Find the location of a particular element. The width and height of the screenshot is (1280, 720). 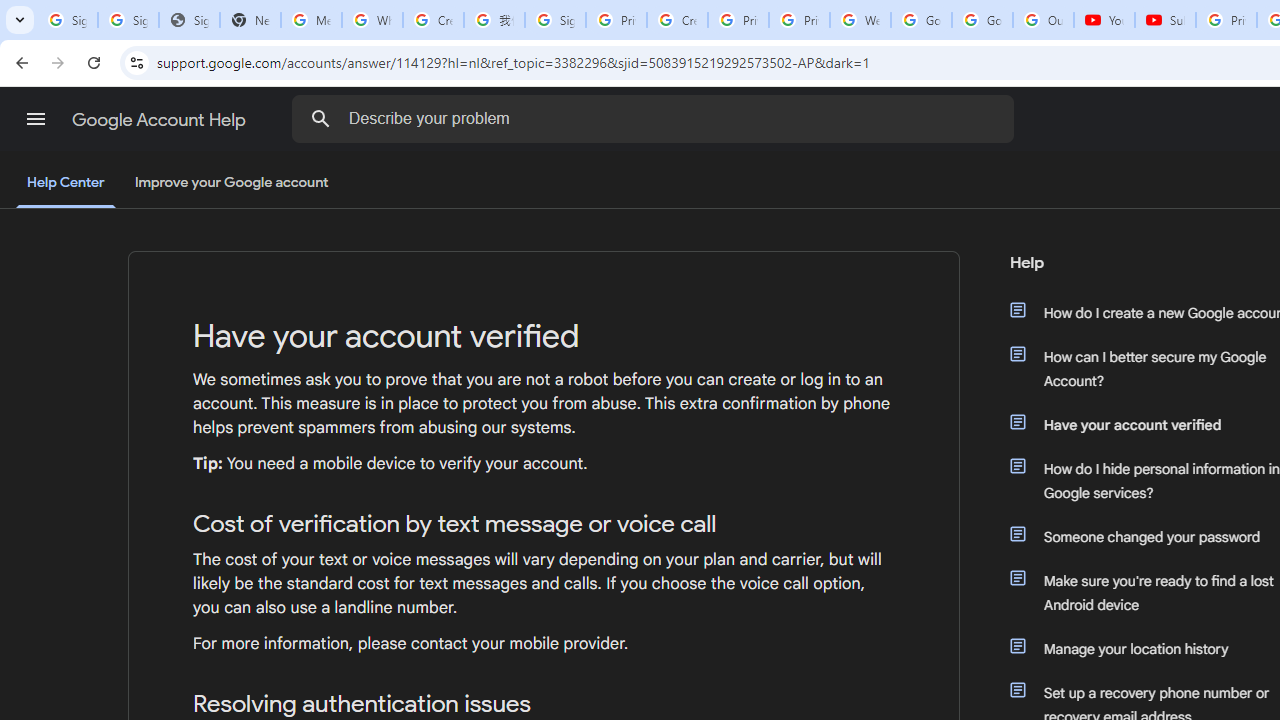

'Search the Help Center' is located at coordinates (320, 118).